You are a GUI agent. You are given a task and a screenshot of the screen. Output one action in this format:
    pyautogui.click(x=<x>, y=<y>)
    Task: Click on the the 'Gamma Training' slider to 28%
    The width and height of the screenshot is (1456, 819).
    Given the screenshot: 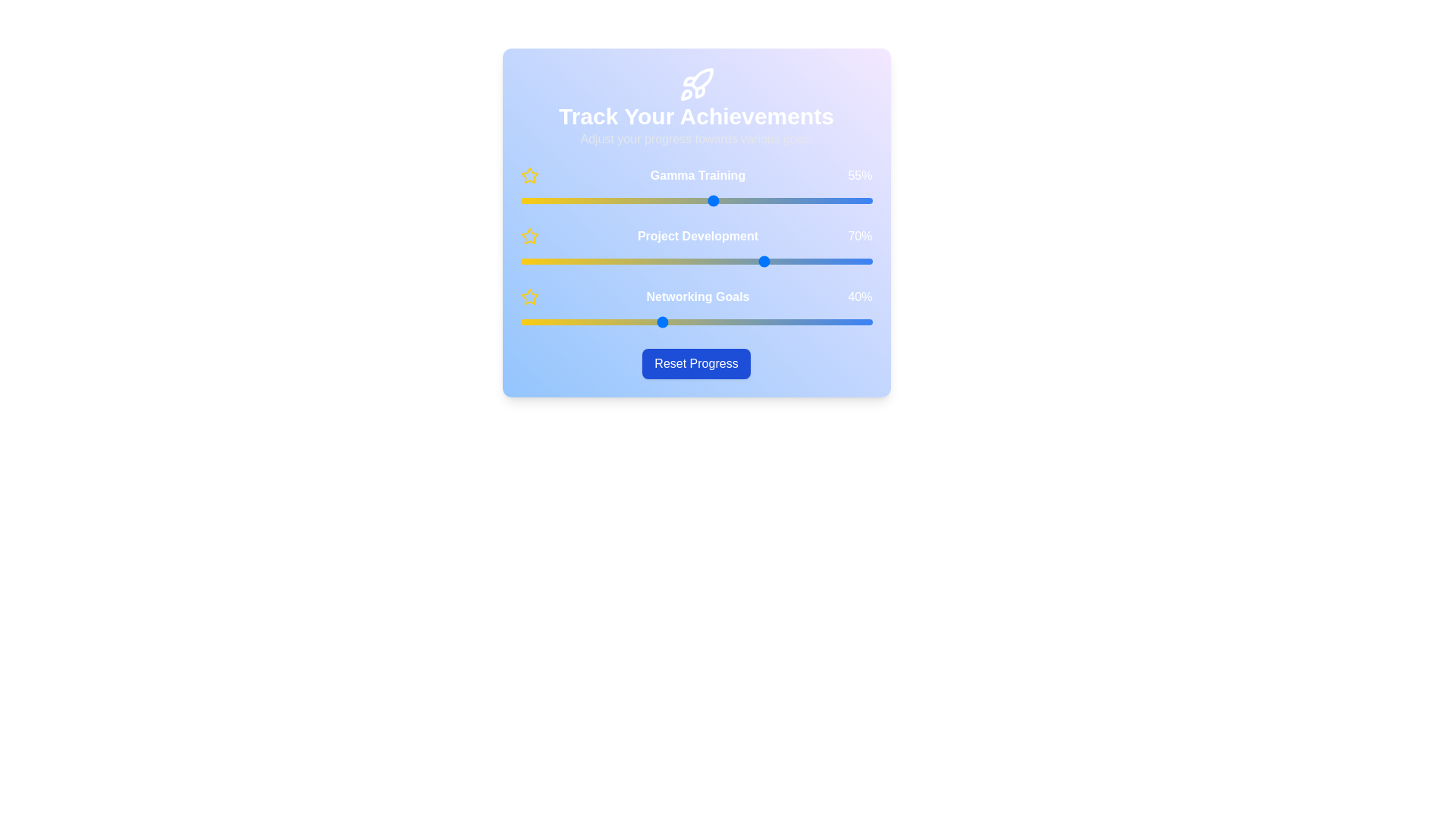 What is the action you would take?
    pyautogui.click(x=619, y=200)
    